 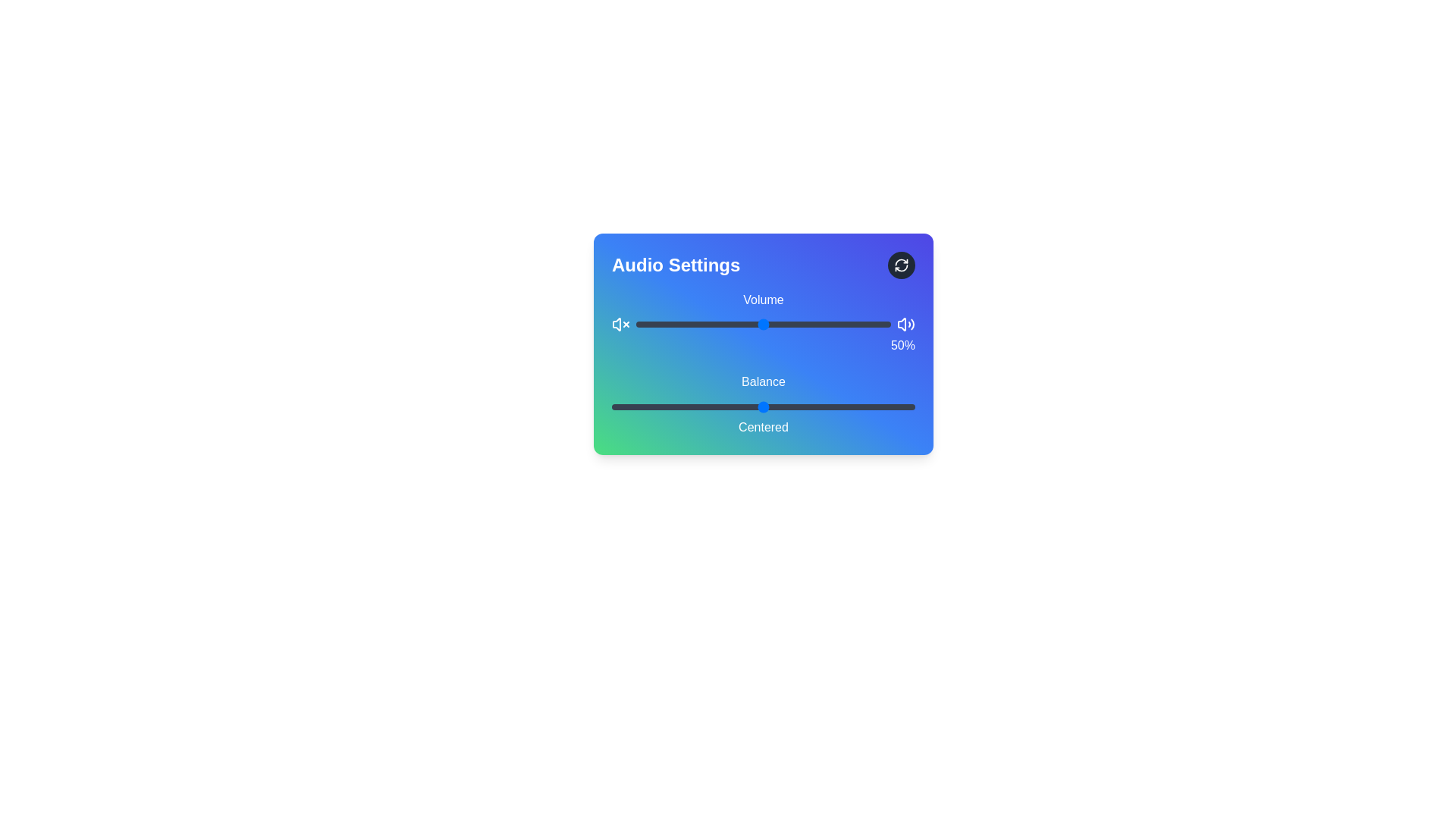 What do you see at coordinates (675, 265) in the screenshot?
I see `the 'Audio Settings' text label, which is styled in a large and bold font and located near the top left corner of the UI card` at bounding box center [675, 265].